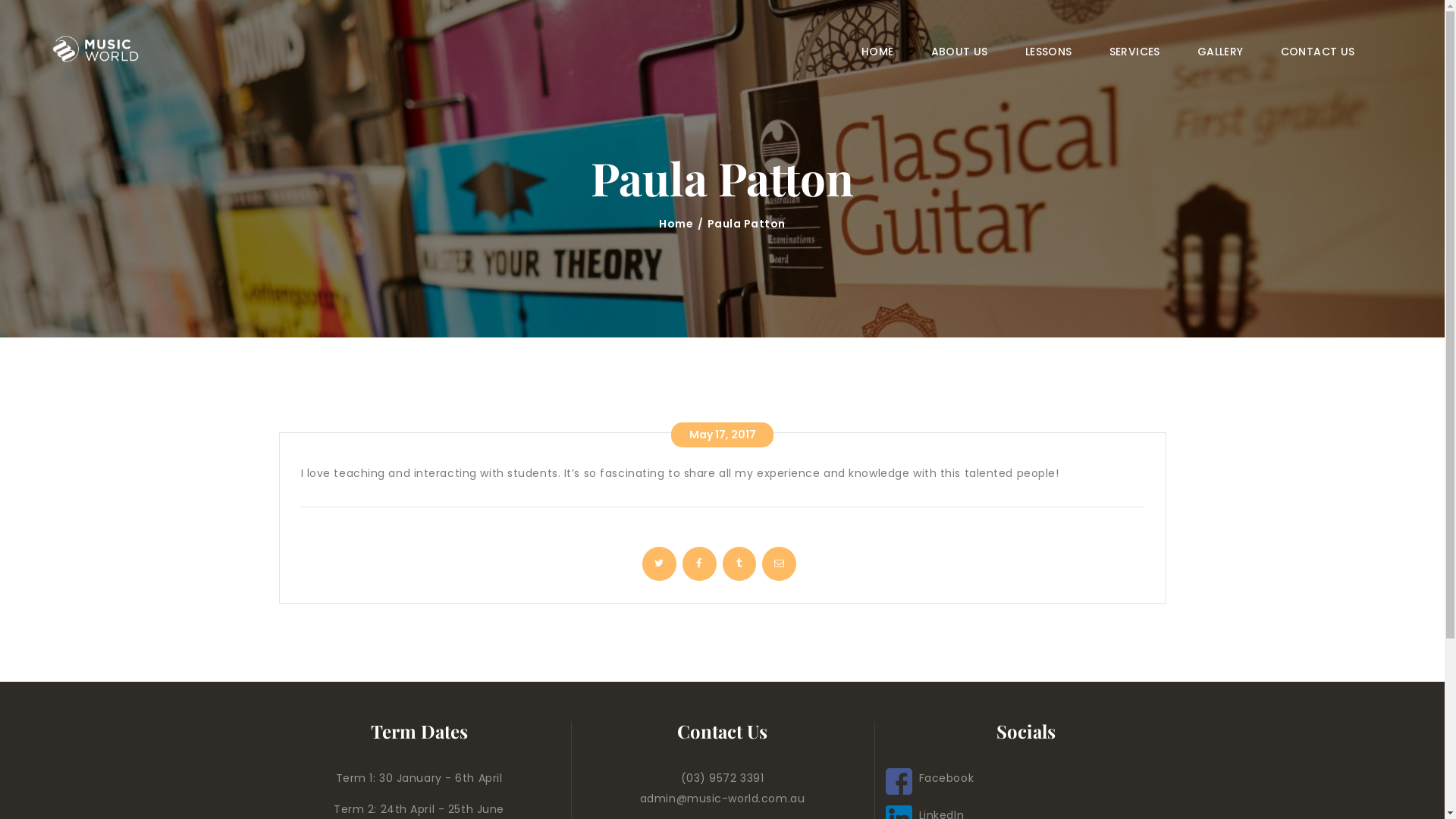 The height and width of the screenshot is (819, 1456). Describe the element at coordinates (675, 224) in the screenshot. I see `'Home'` at that location.